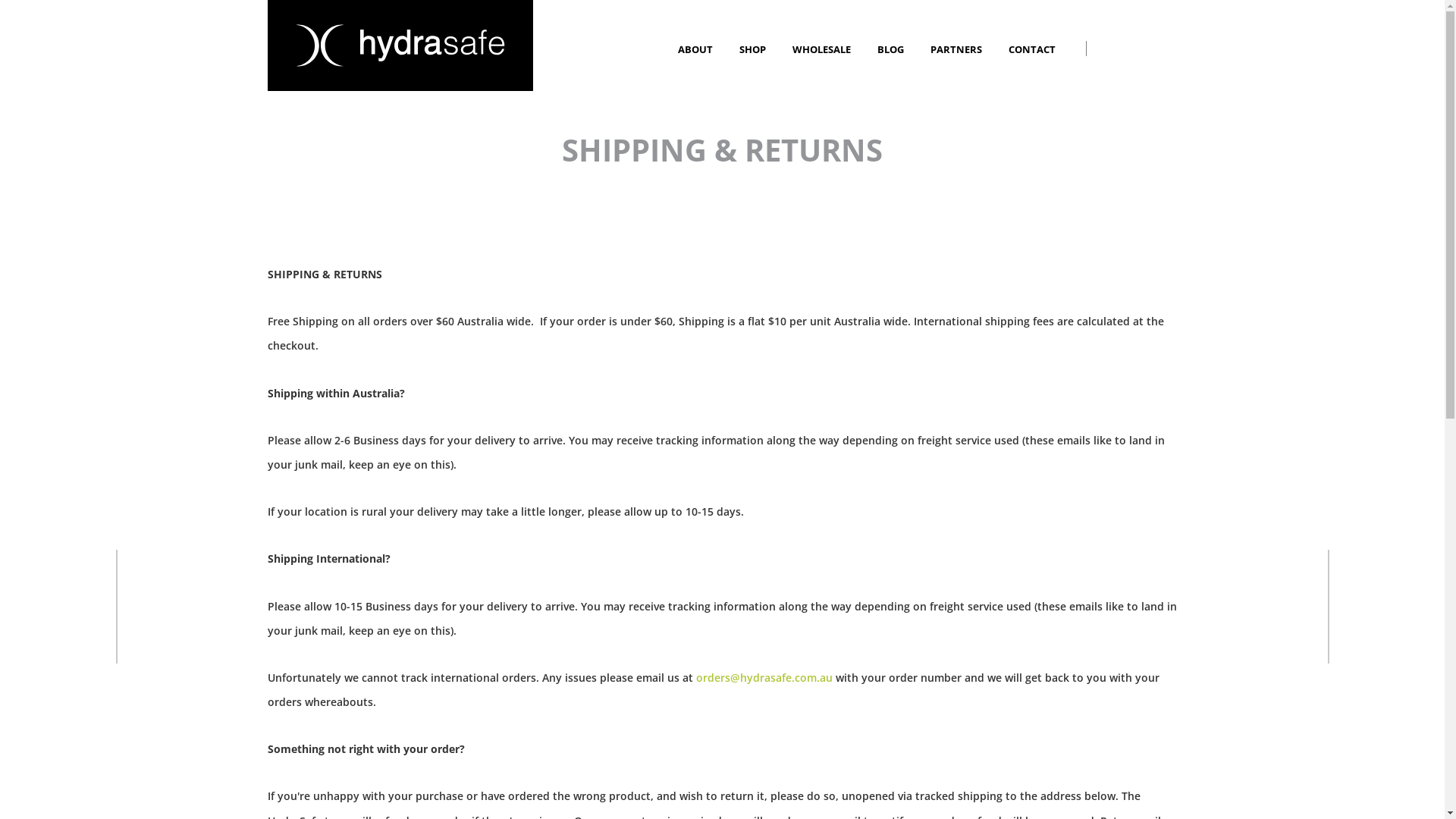 This screenshot has width=1456, height=819. I want to click on 'SHOP', so click(753, 49).